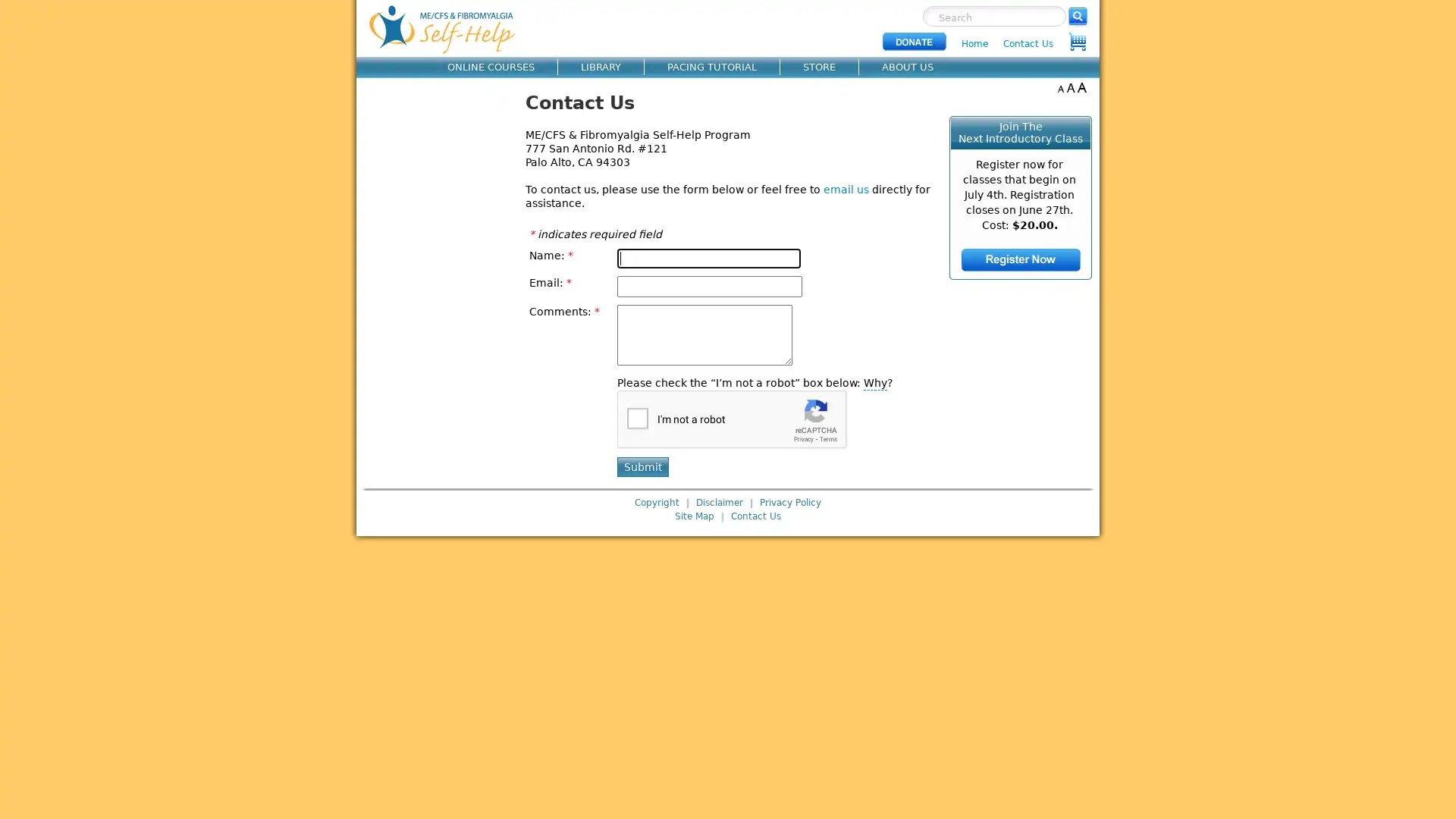 The width and height of the screenshot is (1456, 819). Describe the element at coordinates (1081, 87) in the screenshot. I see `A` at that location.